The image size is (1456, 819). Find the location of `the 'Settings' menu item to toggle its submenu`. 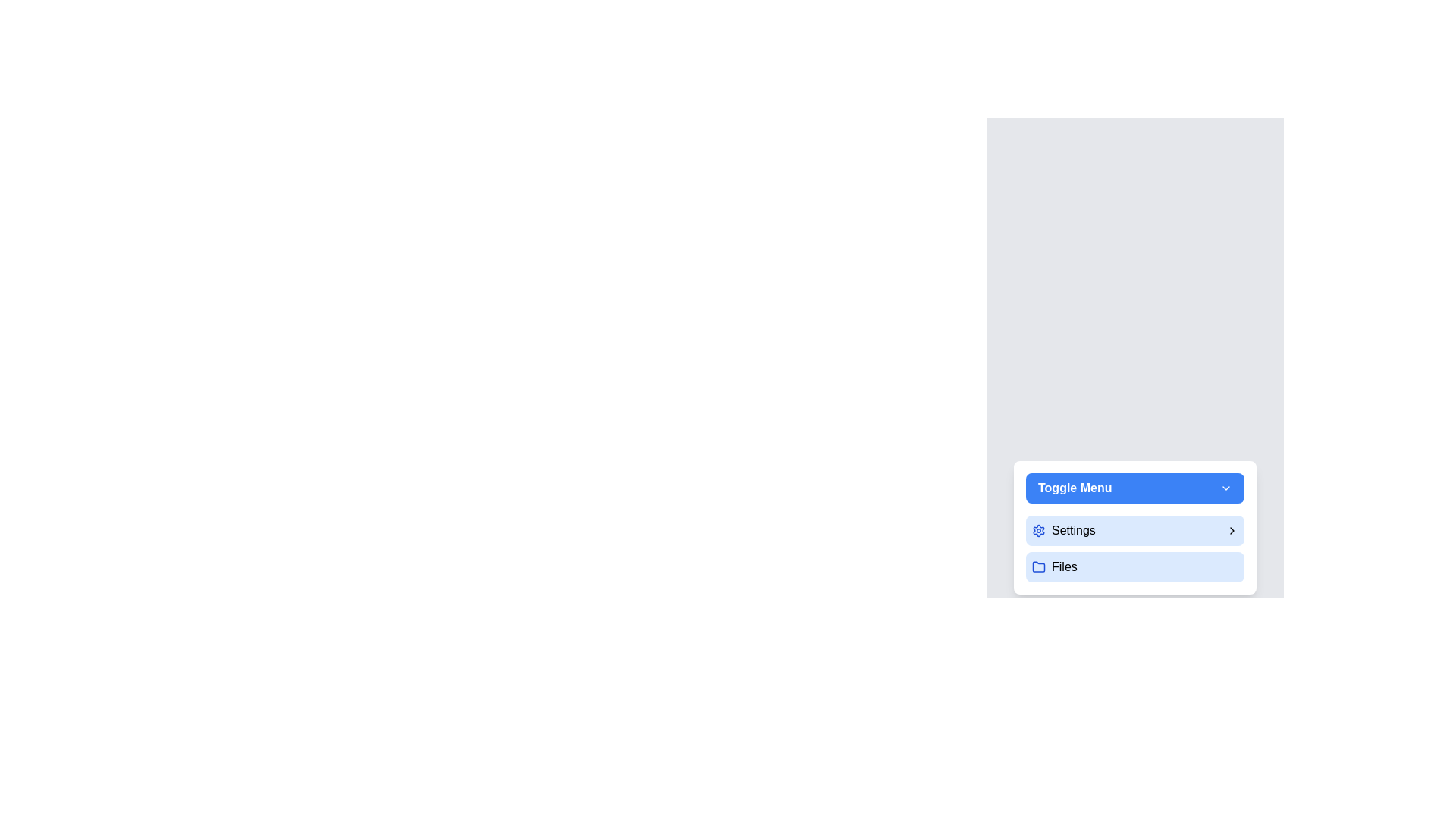

the 'Settings' menu item to toggle its submenu is located at coordinates (1135, 529).